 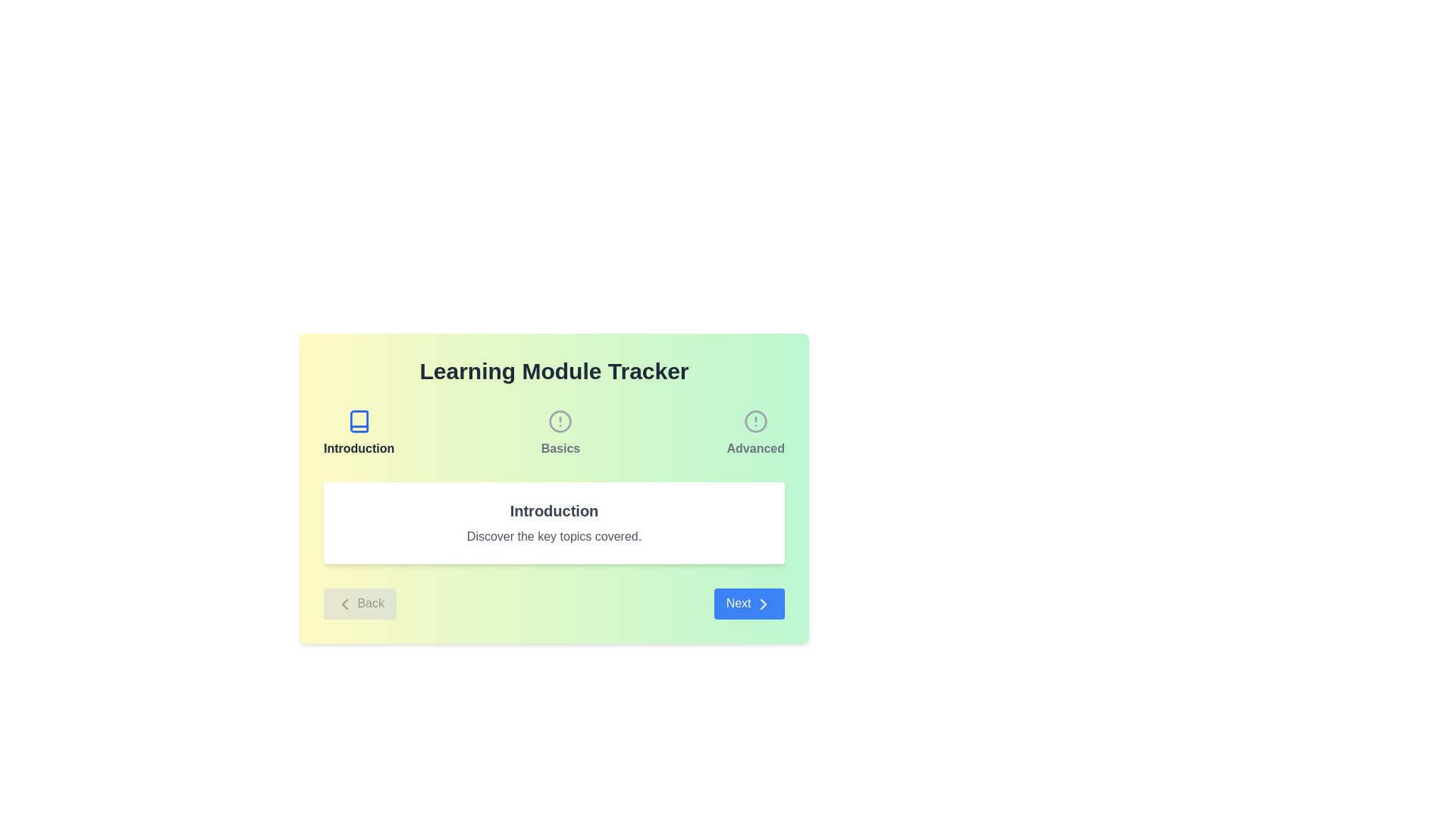 I want to click on the circular graphical element within the 'Basics' icon, which is centrally located among the three horizontally arranged icons in the interface, so click(x=560, y=421).